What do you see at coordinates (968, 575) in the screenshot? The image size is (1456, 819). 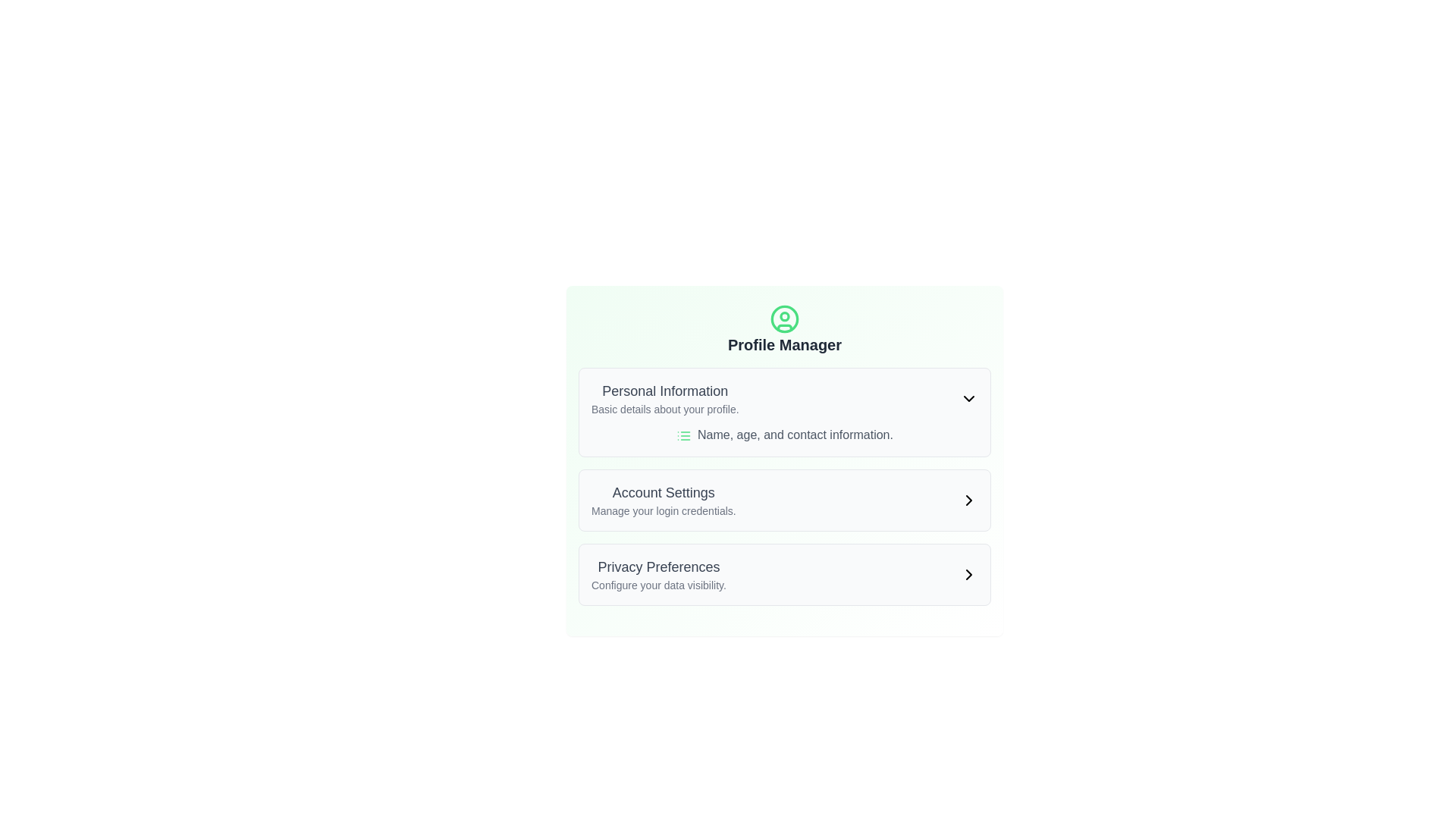 I see `the Chevron Icon (SVG) located in the 'Privacy Preferences' section of the 'Profile Manager' interface` at bounding box center [968, 575].